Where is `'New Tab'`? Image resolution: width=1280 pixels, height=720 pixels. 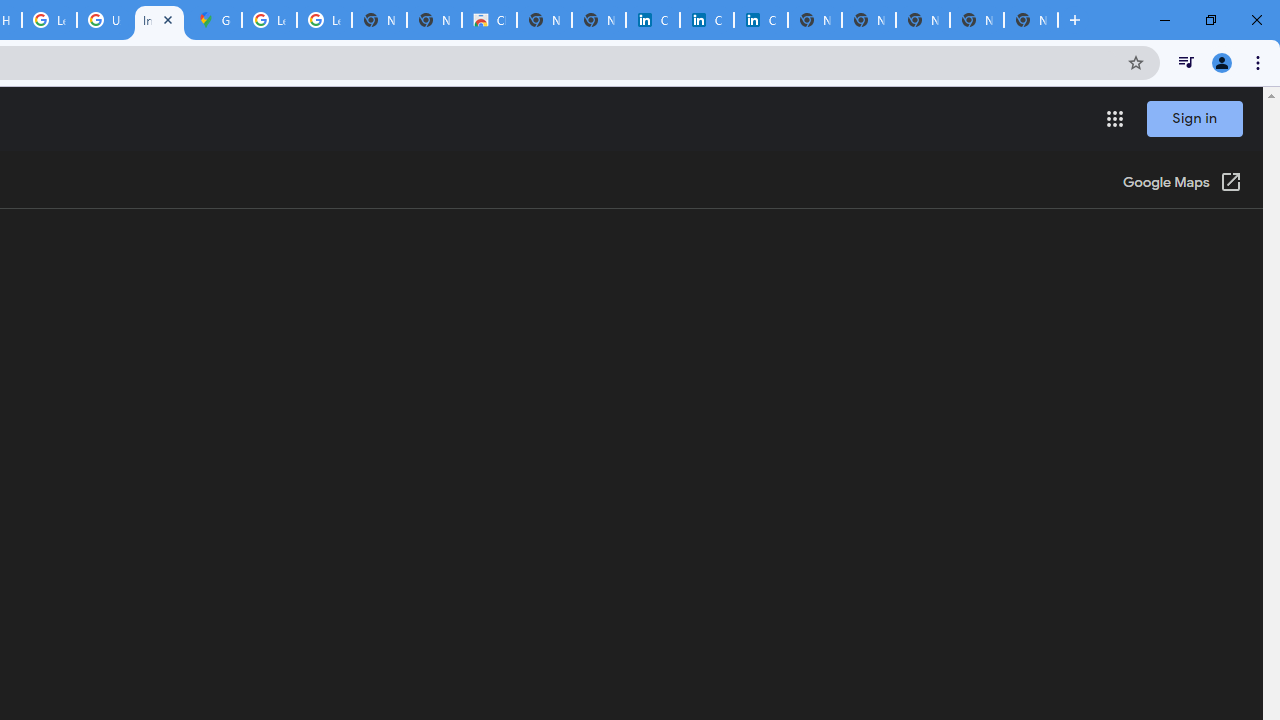
'New Tab' is located at coordinates (1031, 20).